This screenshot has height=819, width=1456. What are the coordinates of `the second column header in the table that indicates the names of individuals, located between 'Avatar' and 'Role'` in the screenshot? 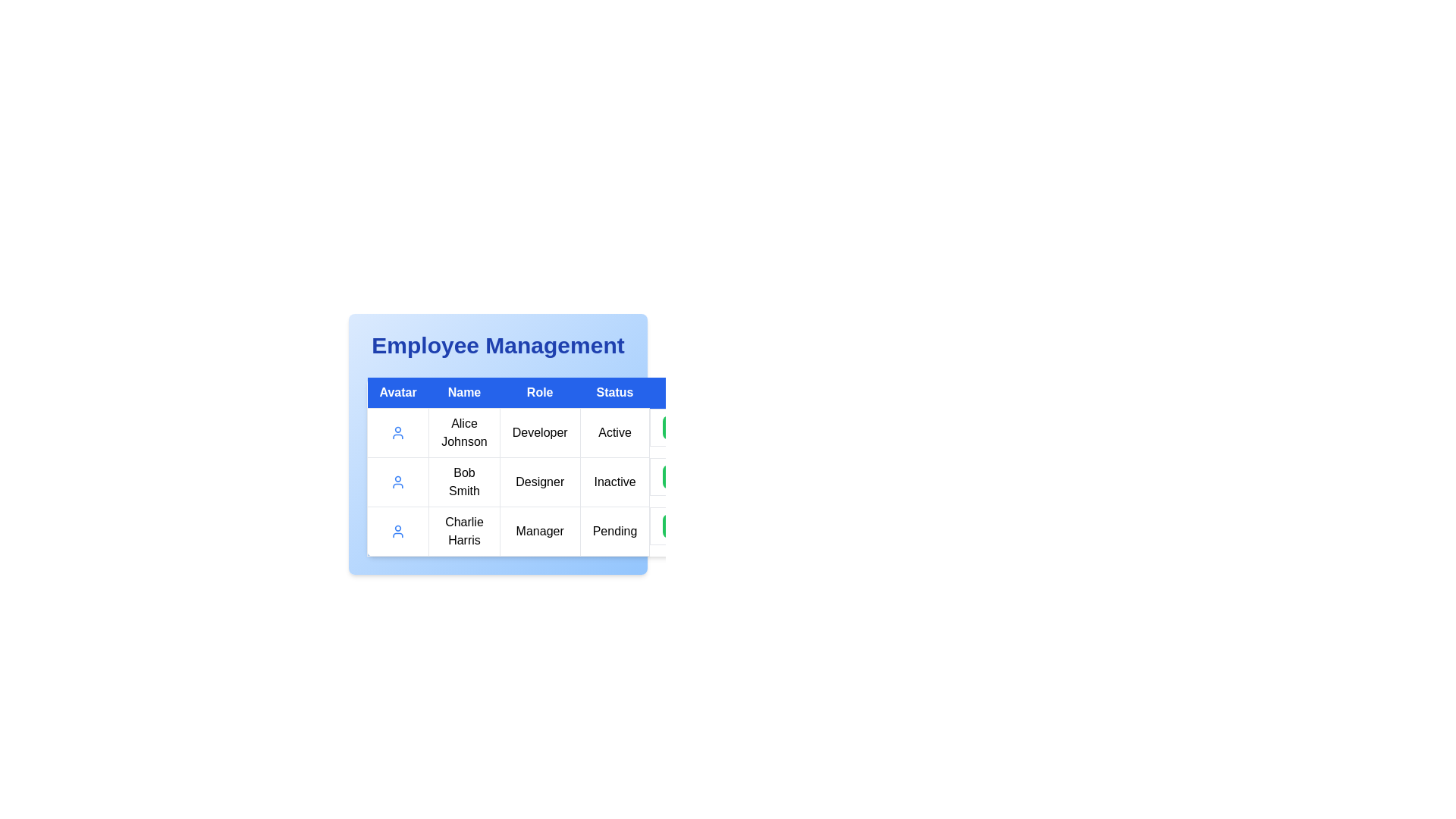 It's located at (463, 392).